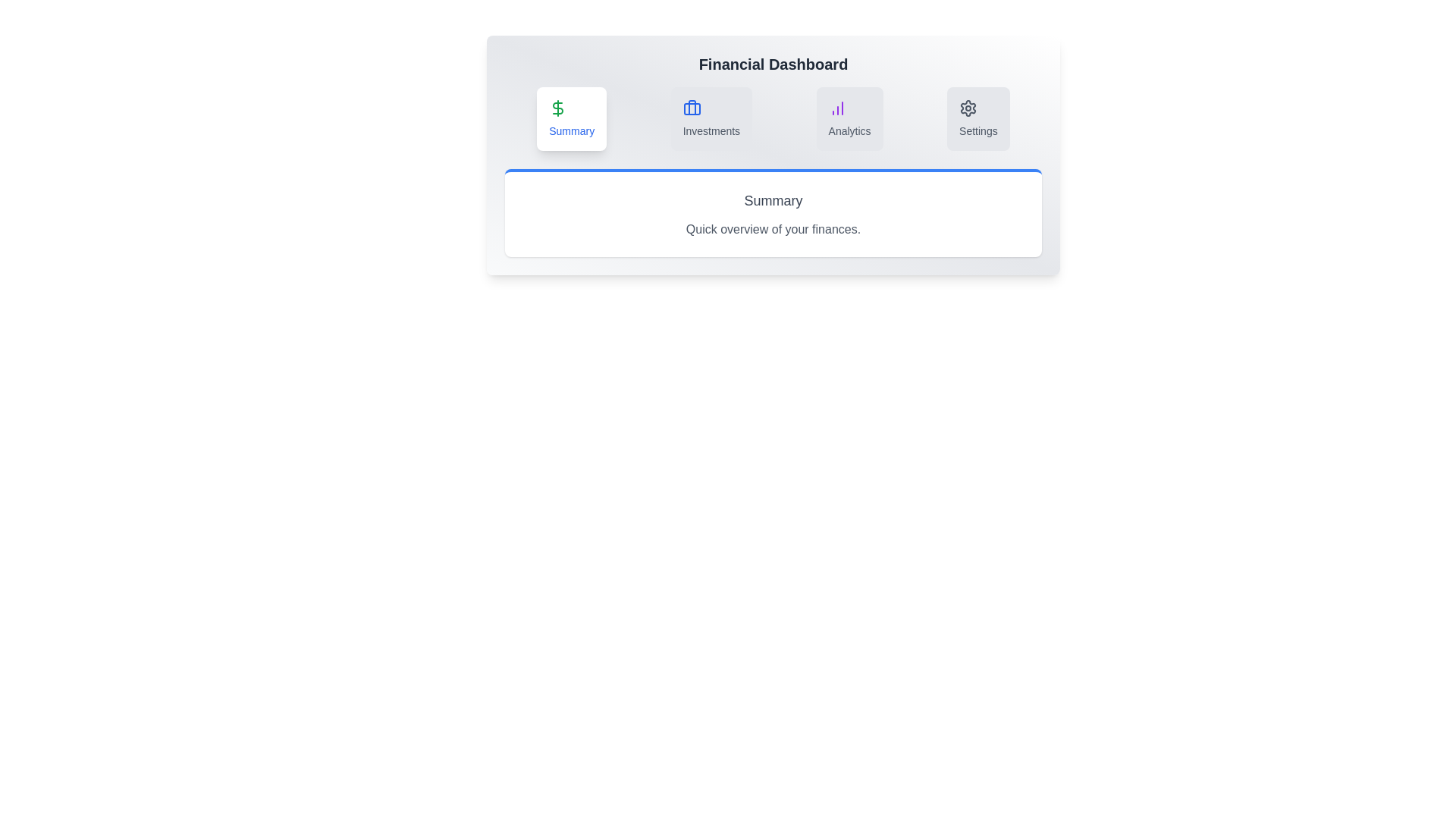 The width and height of the screenshot is (1456, 819). What do you see at coordinates (710, 118) in the screenshot?
I see `the Investments tab to view its content` at bounding box center [710, 118].